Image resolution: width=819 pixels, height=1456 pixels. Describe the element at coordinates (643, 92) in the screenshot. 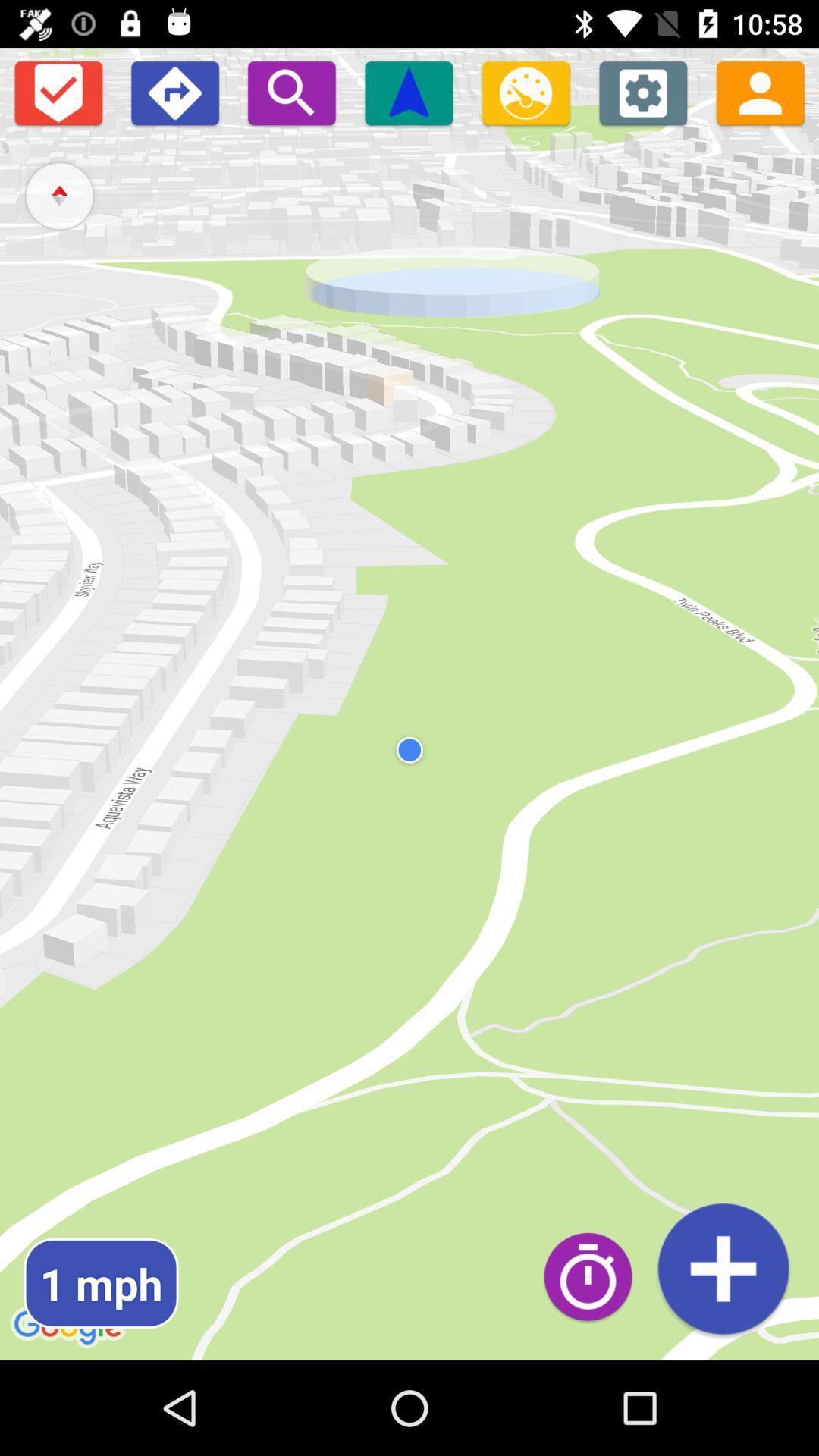

I see `see tools and options` at that location.